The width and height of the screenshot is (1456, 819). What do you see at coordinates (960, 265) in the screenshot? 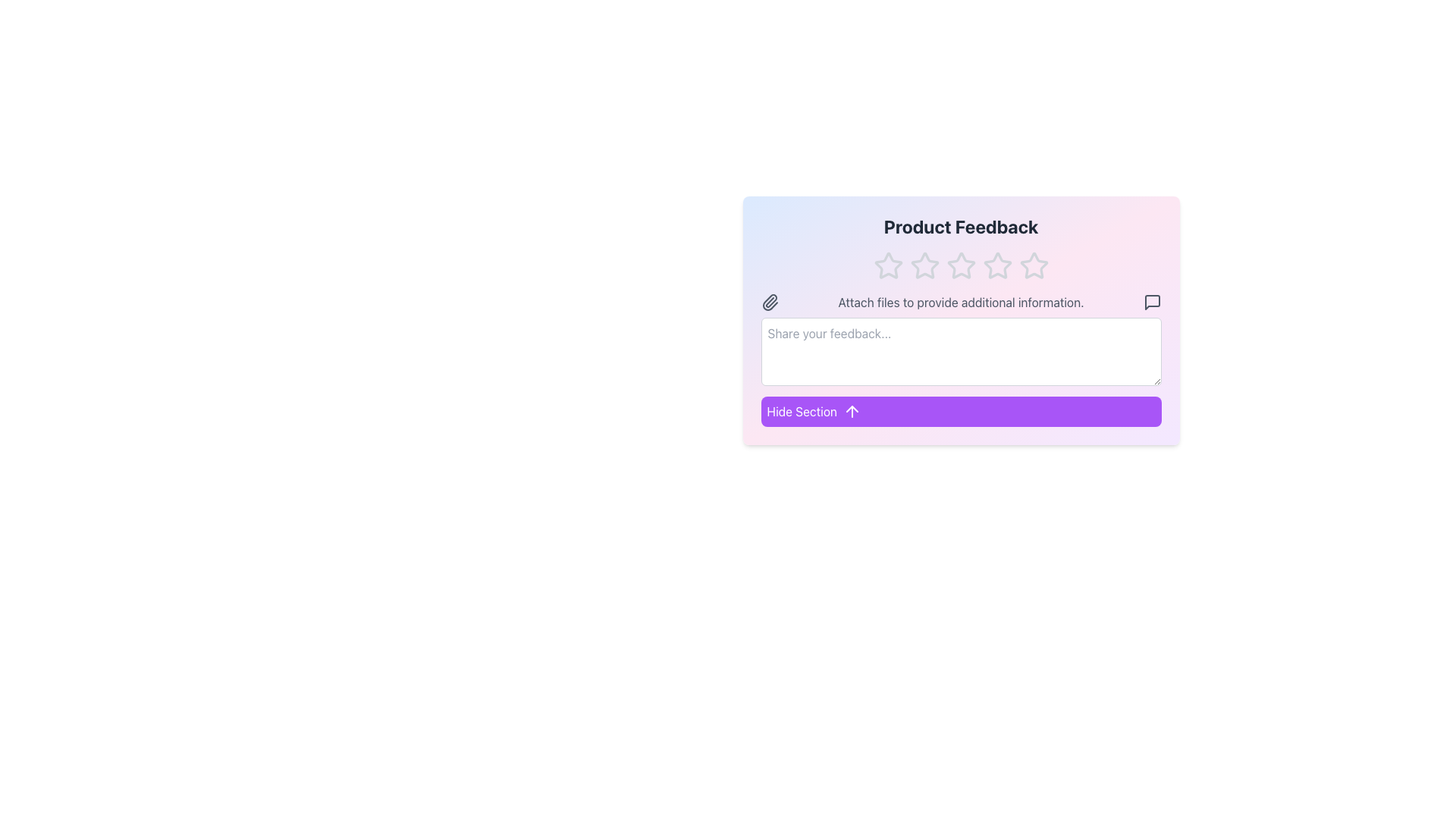
I see `the fourth star icon in the horizontal group of five gray outlined stars in the 'Product Feedback' modal` at bounding box center [960, 265].